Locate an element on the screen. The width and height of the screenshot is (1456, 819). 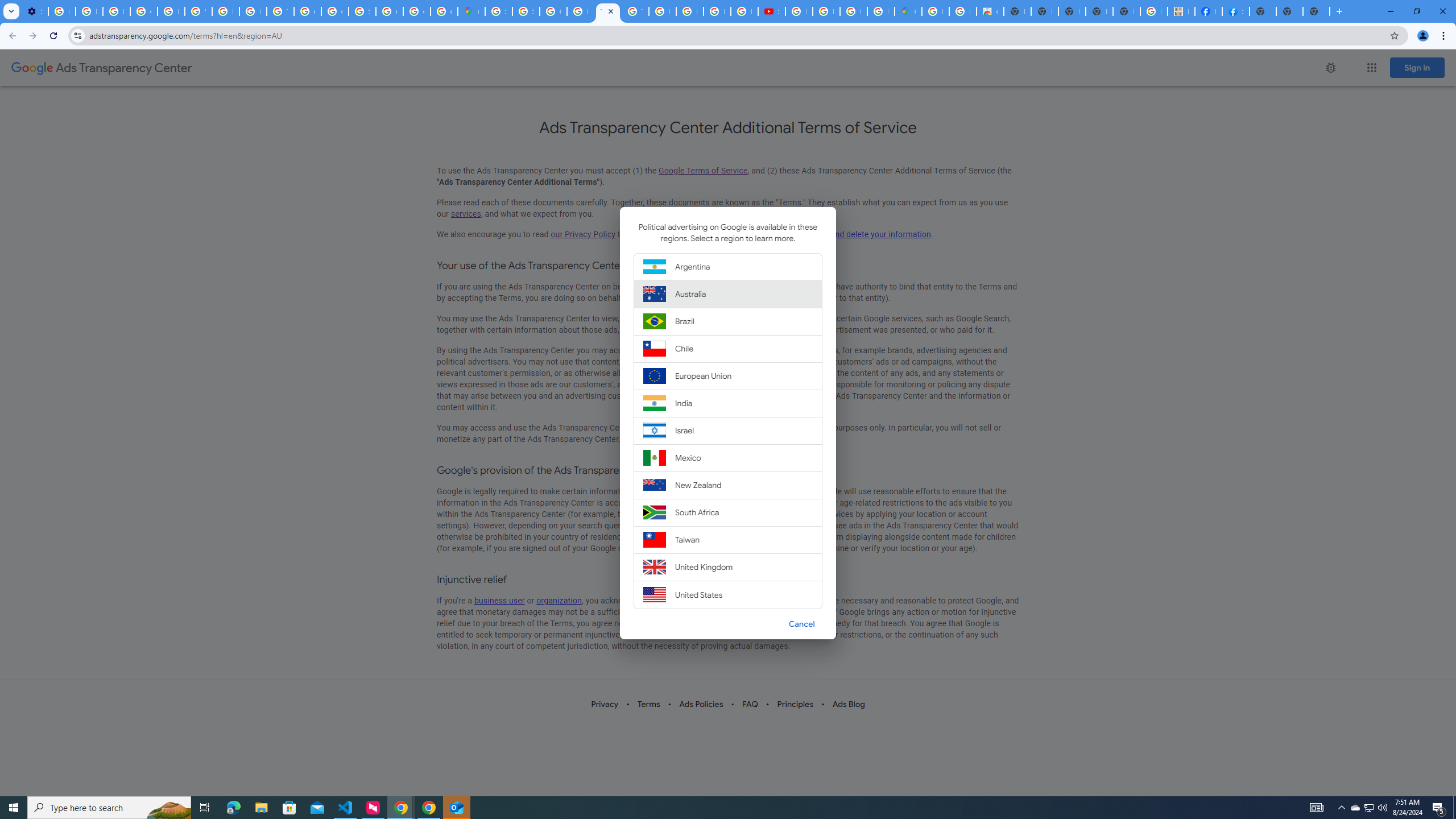
'Delete photos & videos - Computer - Google Photos Help' is located at coordinates (61, 11).